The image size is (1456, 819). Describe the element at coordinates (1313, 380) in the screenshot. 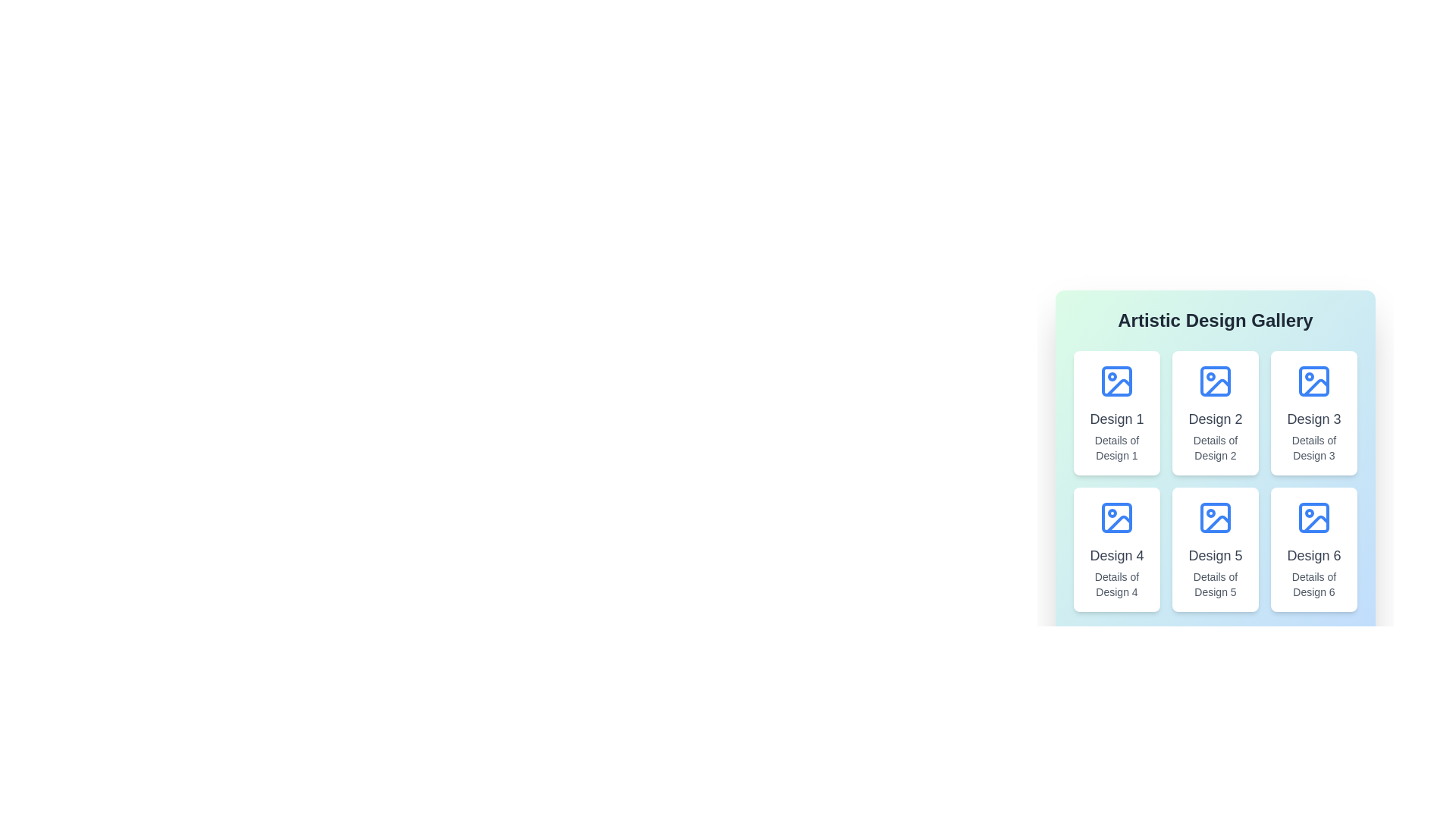

I see `the icon located in the upper right quadrant of the grid, specifically in the third column of the first row, above the text 'Design 3' and 'Details of Design 3'` at that location.